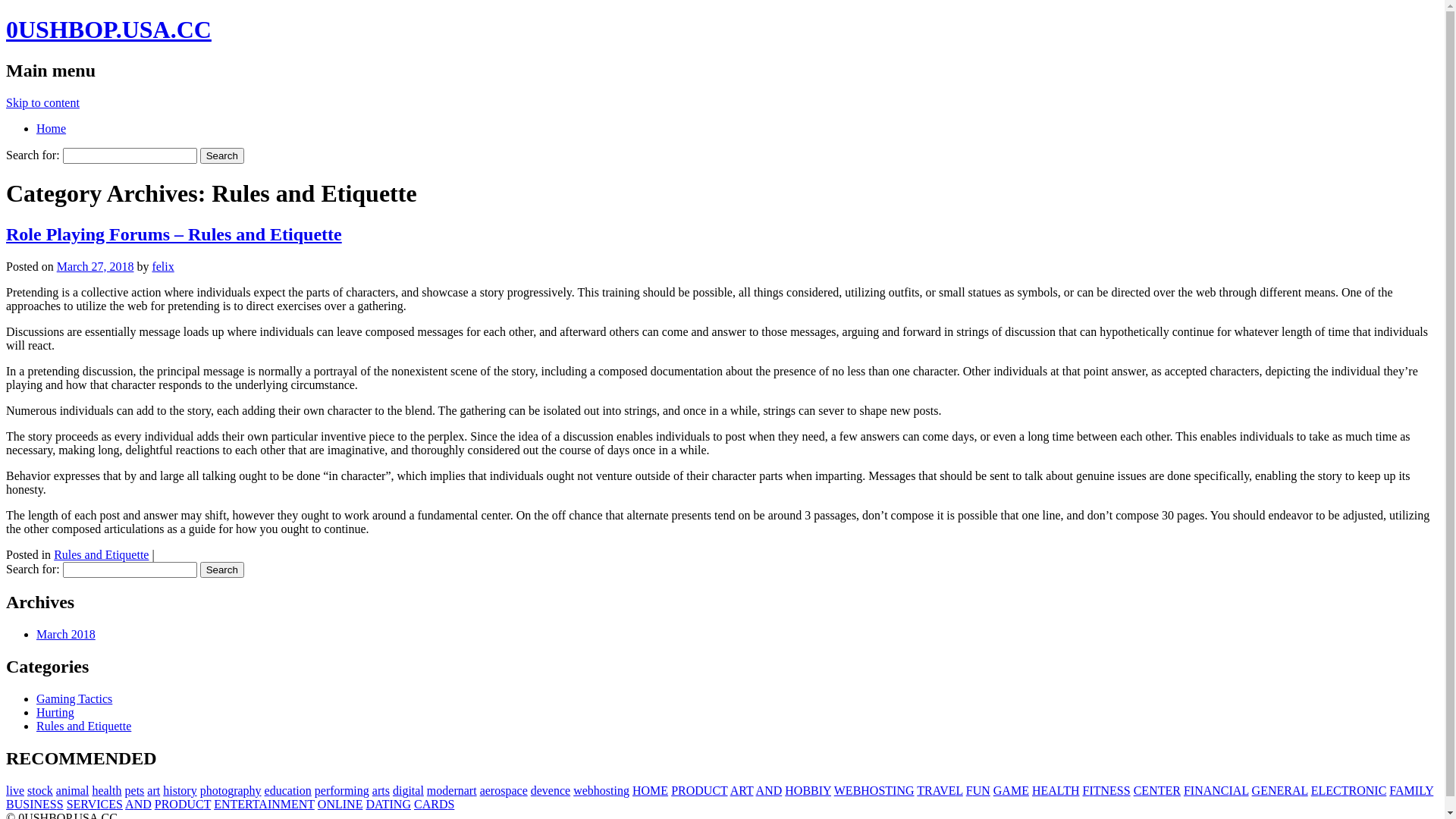 The height and width of the screenshot is (819, 1456). Describe the element at coordinates (756, 789) in the screenshot. I see `'A'` at that location.